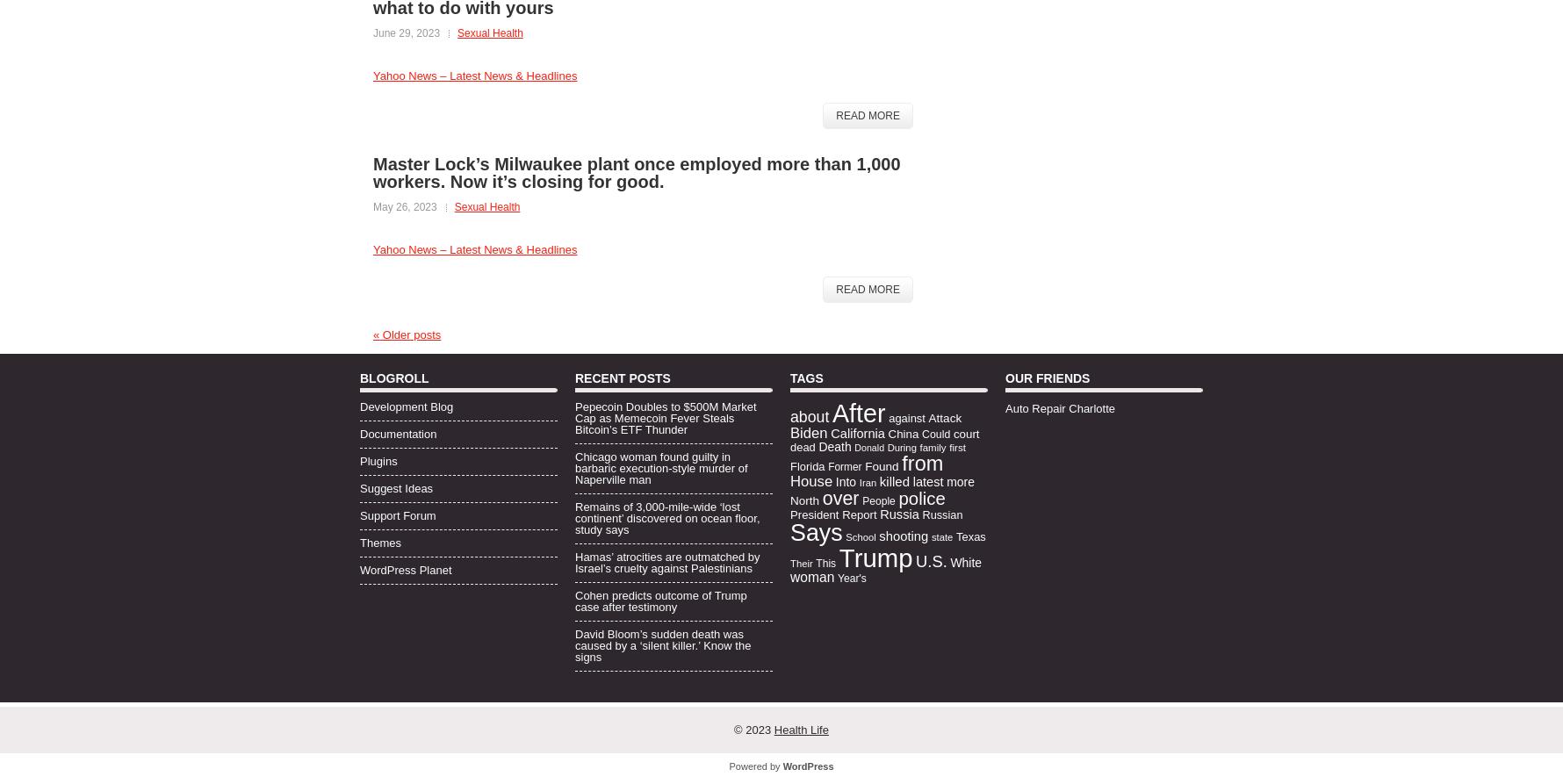 The image size is (1563, 784). I want to click on 'Biden', so click(789, 431).